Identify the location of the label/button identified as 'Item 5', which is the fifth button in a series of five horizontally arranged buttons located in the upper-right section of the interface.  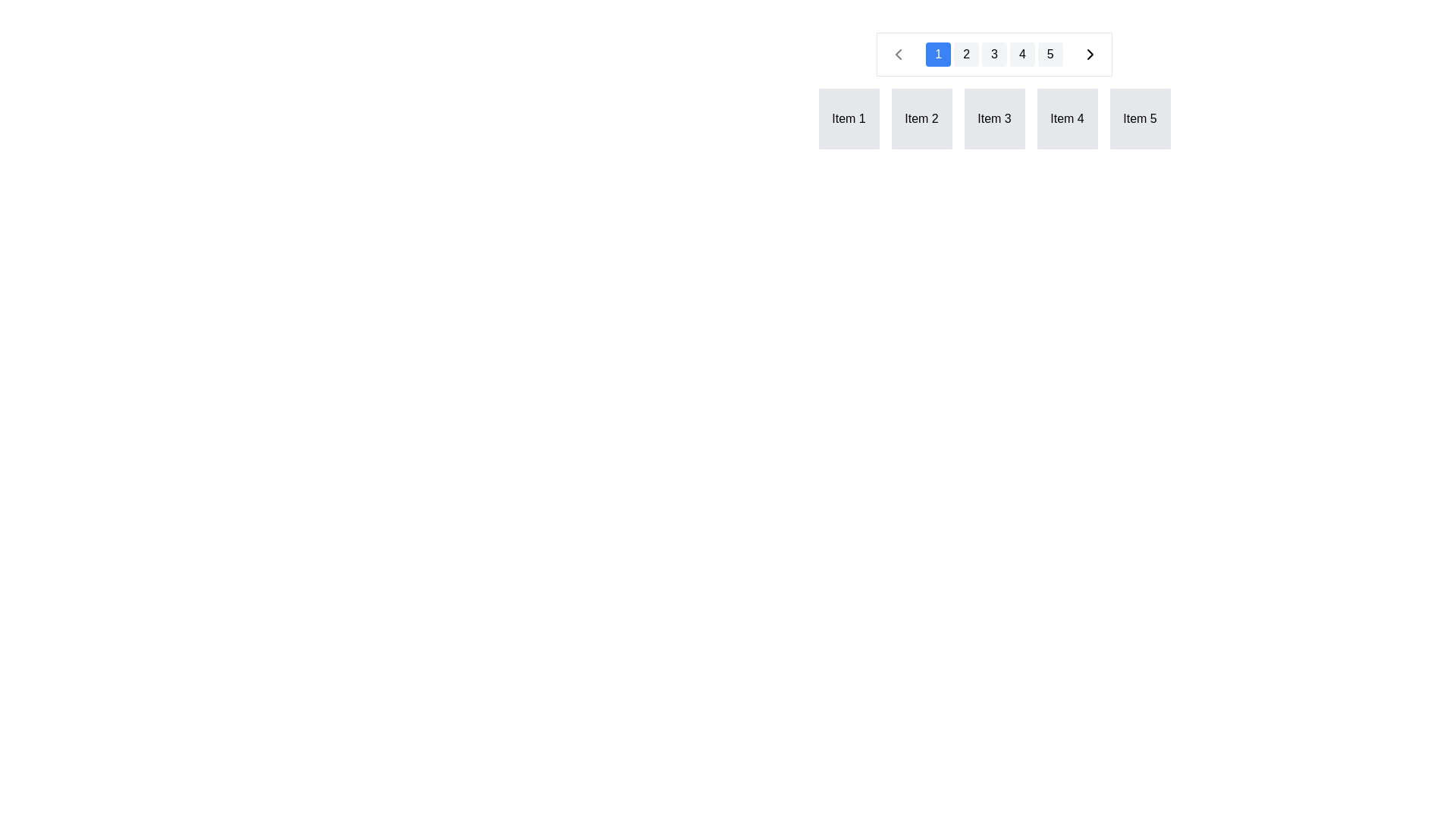
(1140, 118).